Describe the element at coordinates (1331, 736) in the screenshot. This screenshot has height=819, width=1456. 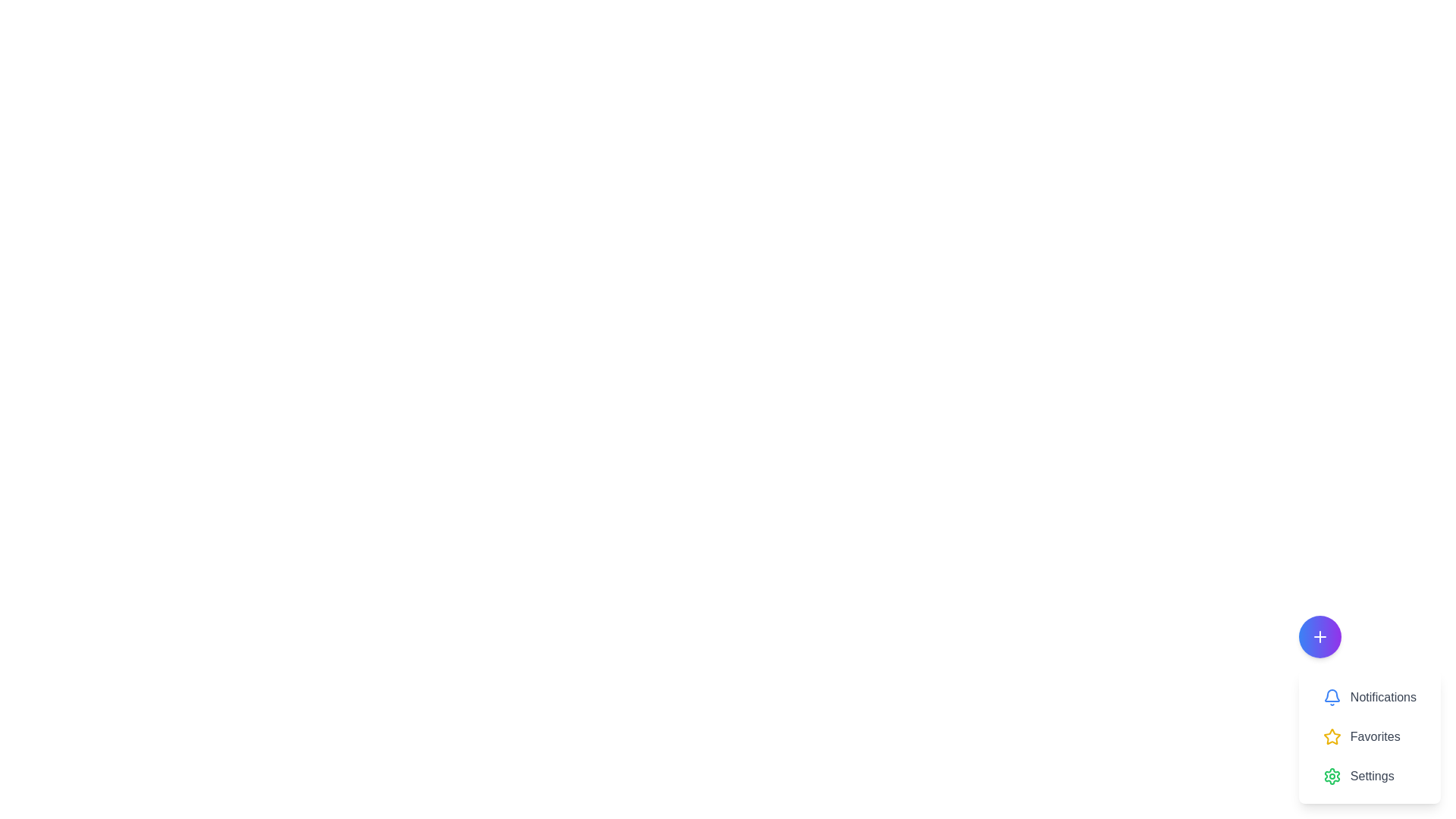
I see `the star icon representing the 'Favorites' action` at that location.